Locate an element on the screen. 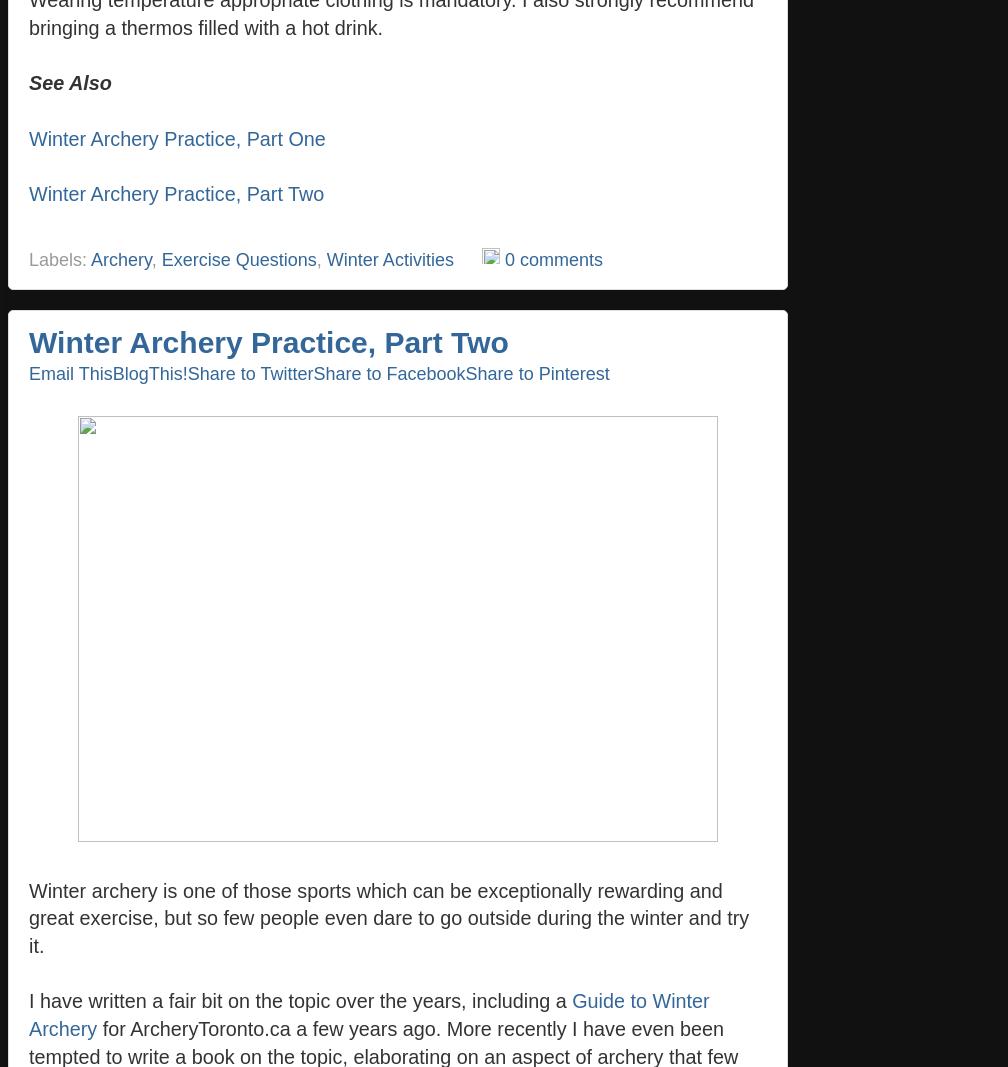  'Share to Pinterest' is located at coordinates (536, 372).